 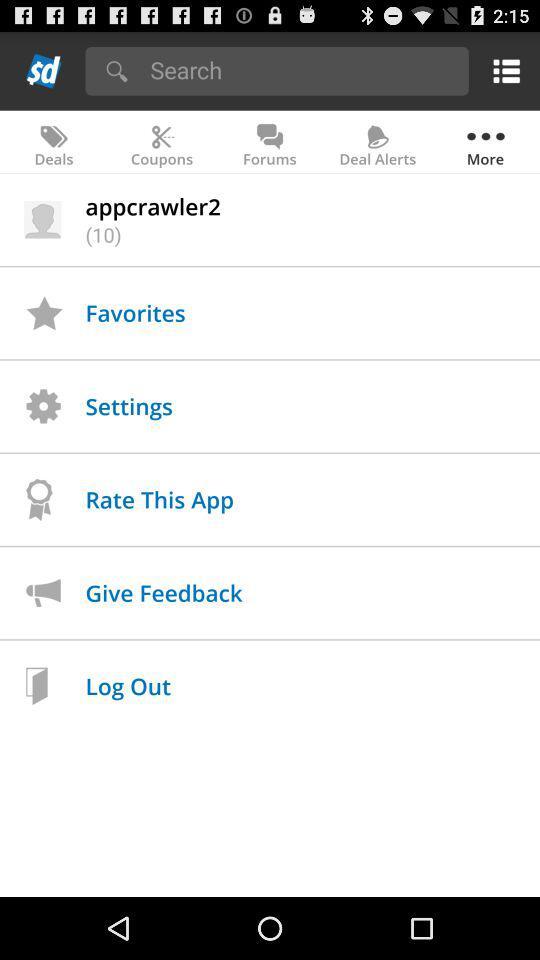 What do you see at coordinates (302, 69) in the screenshot?
I see `search the product you need` at bounding box center [302, 69].